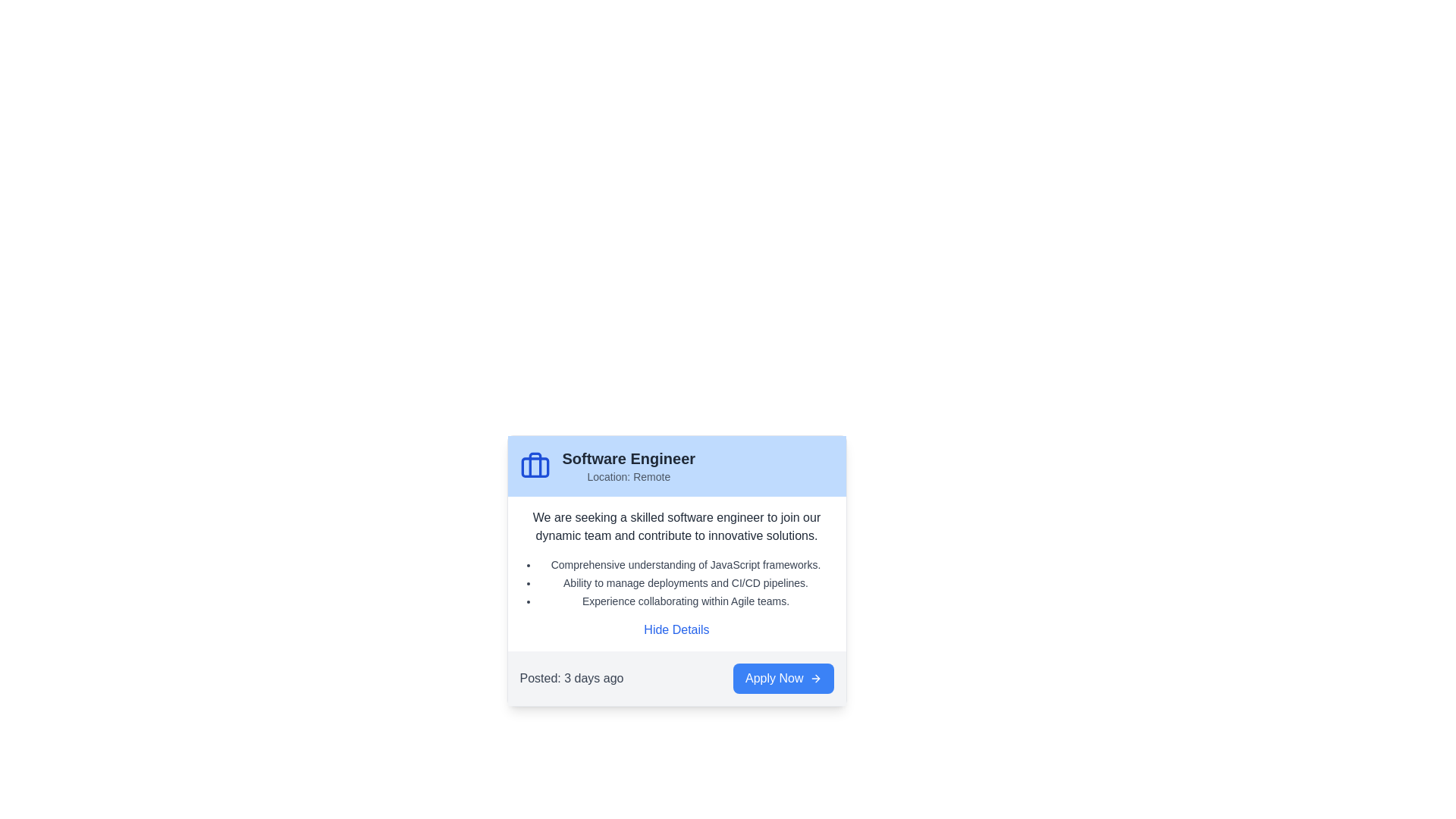 The image size is (1456, 819). What do you see at coordinates (676, 465) in the screenshot?
I see `header section displaying the job title 'Software Engineer' and its location 'Remote' in the card layout` at bounding box center [676, 465].